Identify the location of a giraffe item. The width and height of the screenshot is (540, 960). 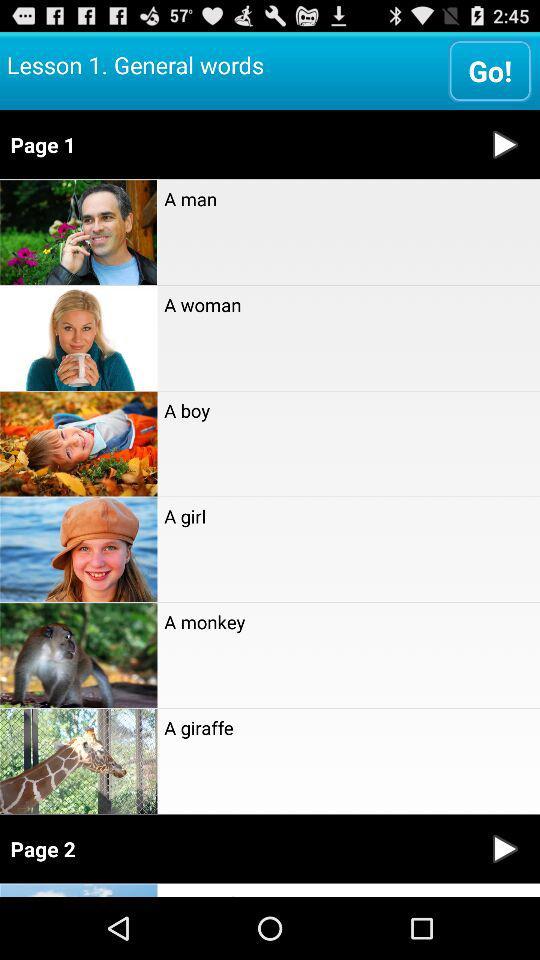
(347, 726).